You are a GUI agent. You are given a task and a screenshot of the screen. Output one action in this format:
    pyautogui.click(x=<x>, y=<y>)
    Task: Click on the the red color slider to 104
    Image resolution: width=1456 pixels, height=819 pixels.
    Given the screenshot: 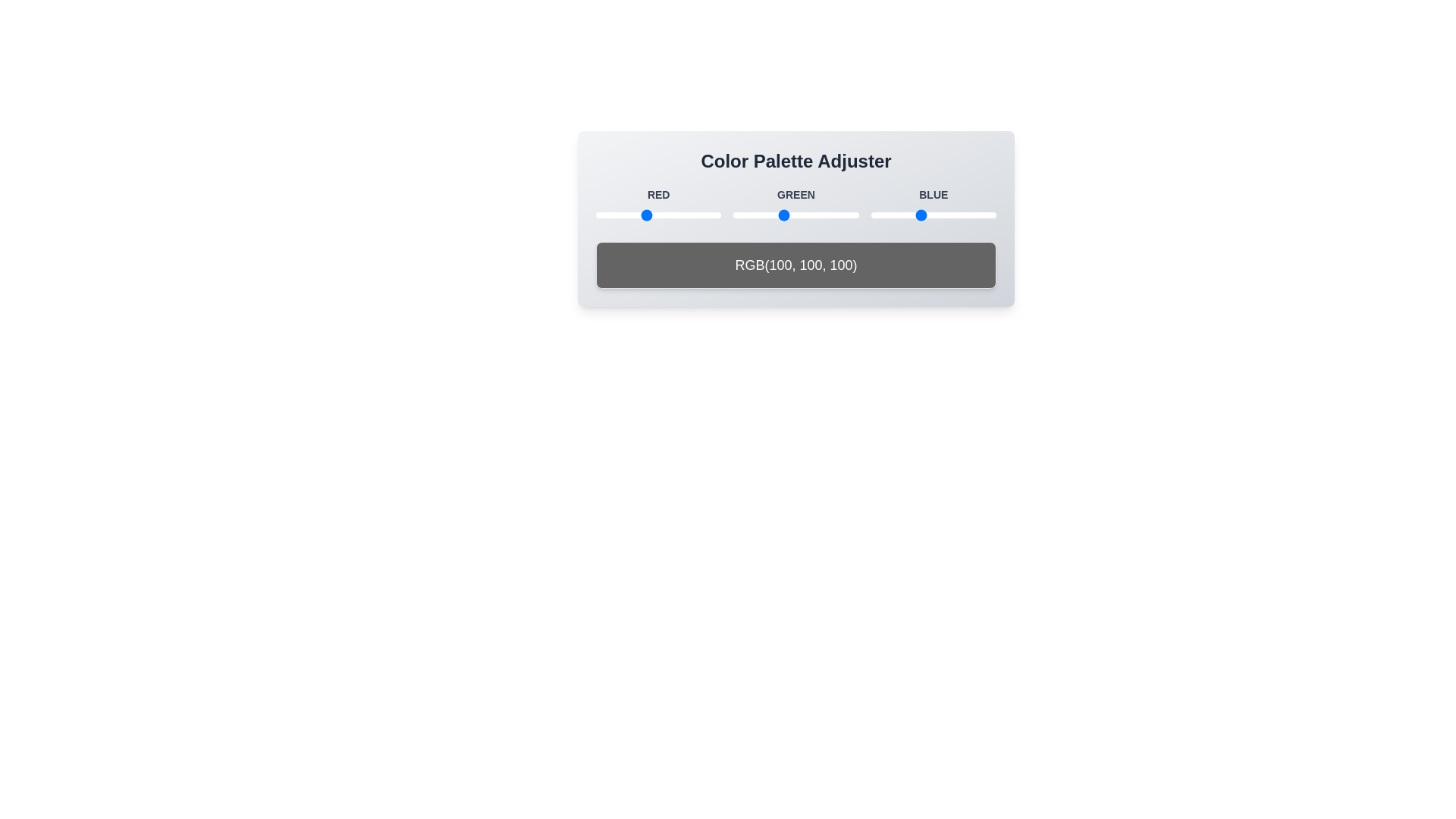 What is the action you would take?
    pyautogui.click(x=647, y=215)
    